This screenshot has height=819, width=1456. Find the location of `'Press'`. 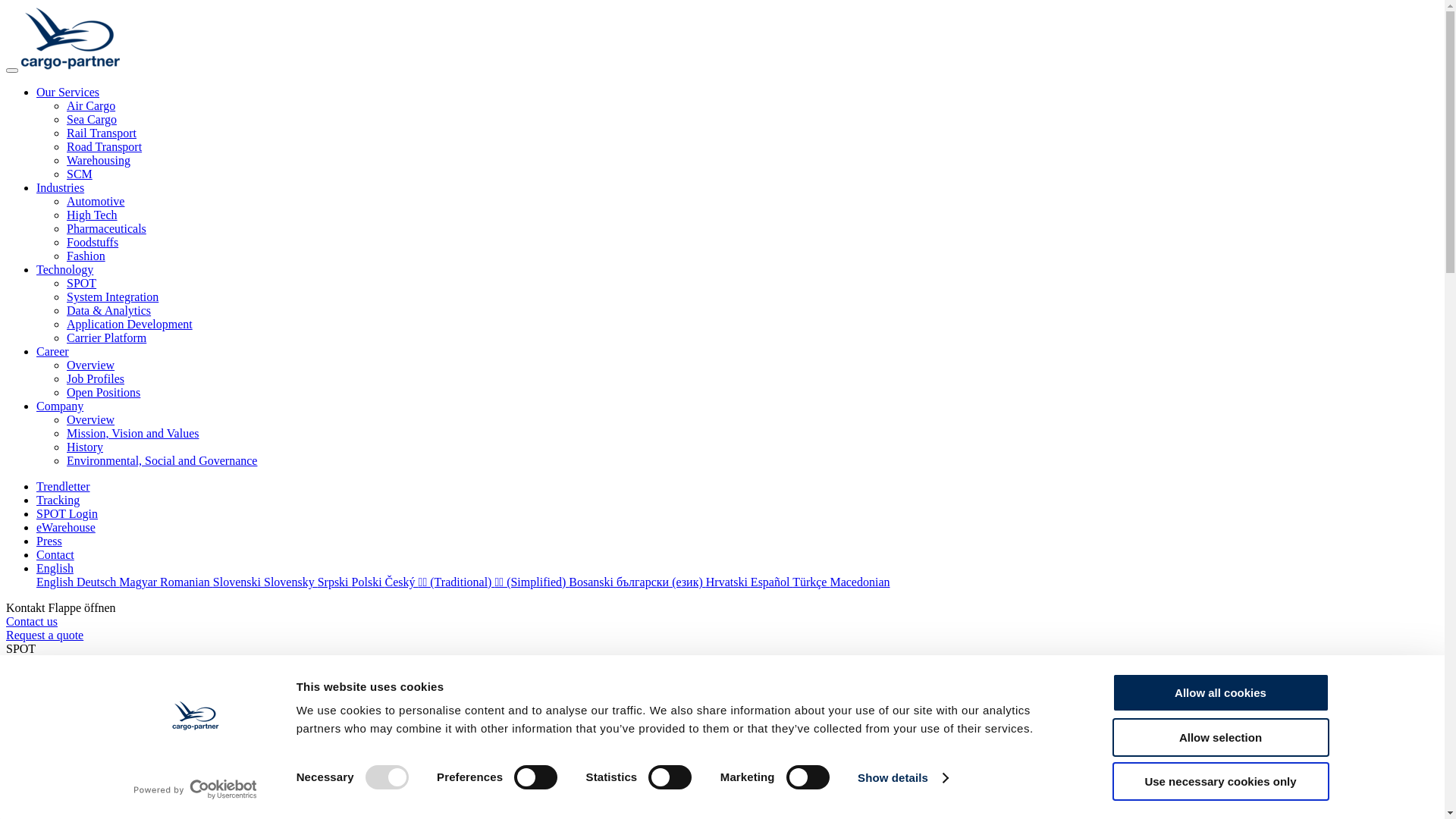

'Press' is located at coordinates (49, 540).